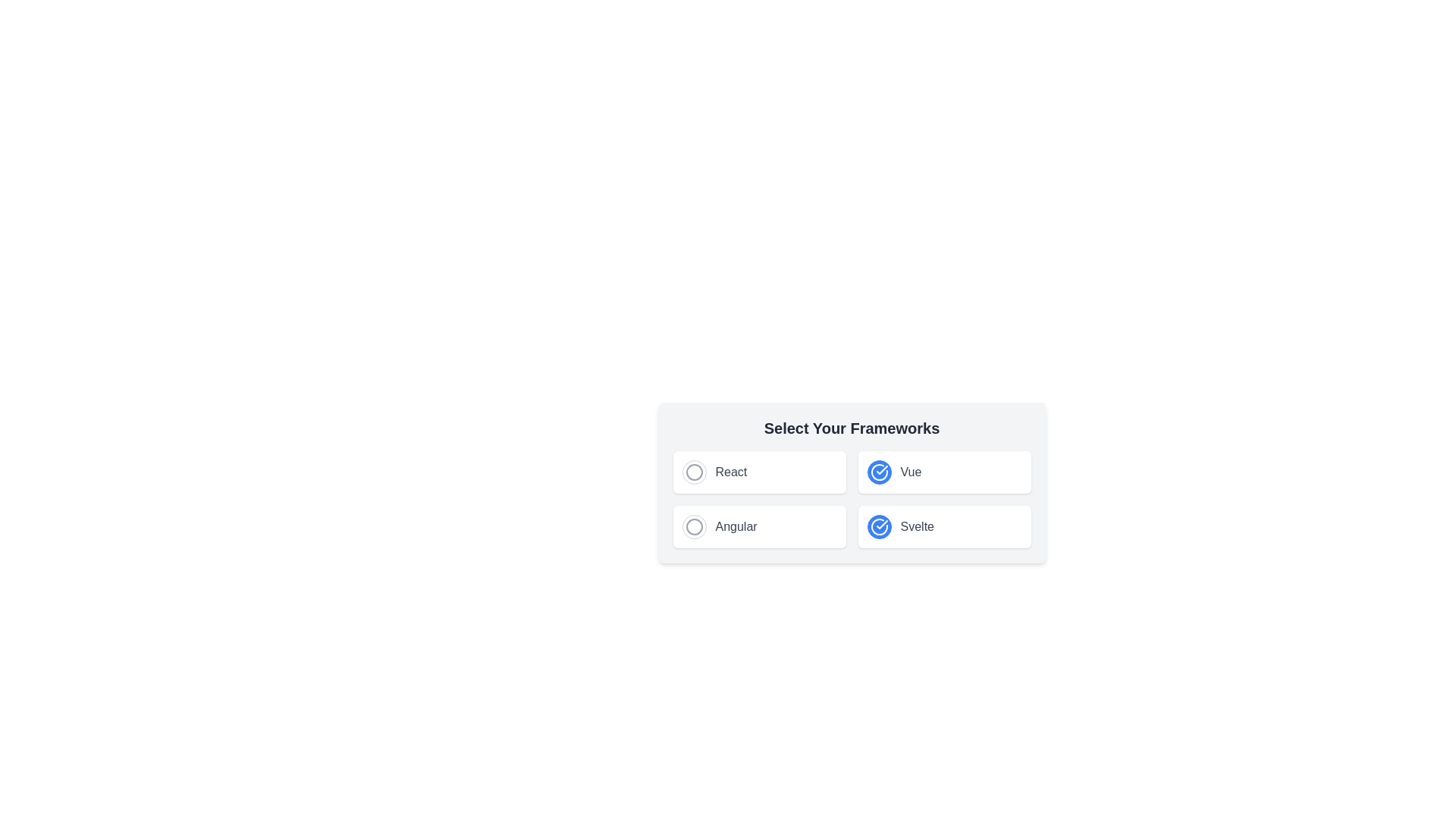 This screenshot has height=819, width=1456. Describe the element at coordinates (879, 472) in the screenshot. I see `the 'Vue' framework selection button located in the top-right corner of the options by clicking it to trigger a selection or deselection` at that location.